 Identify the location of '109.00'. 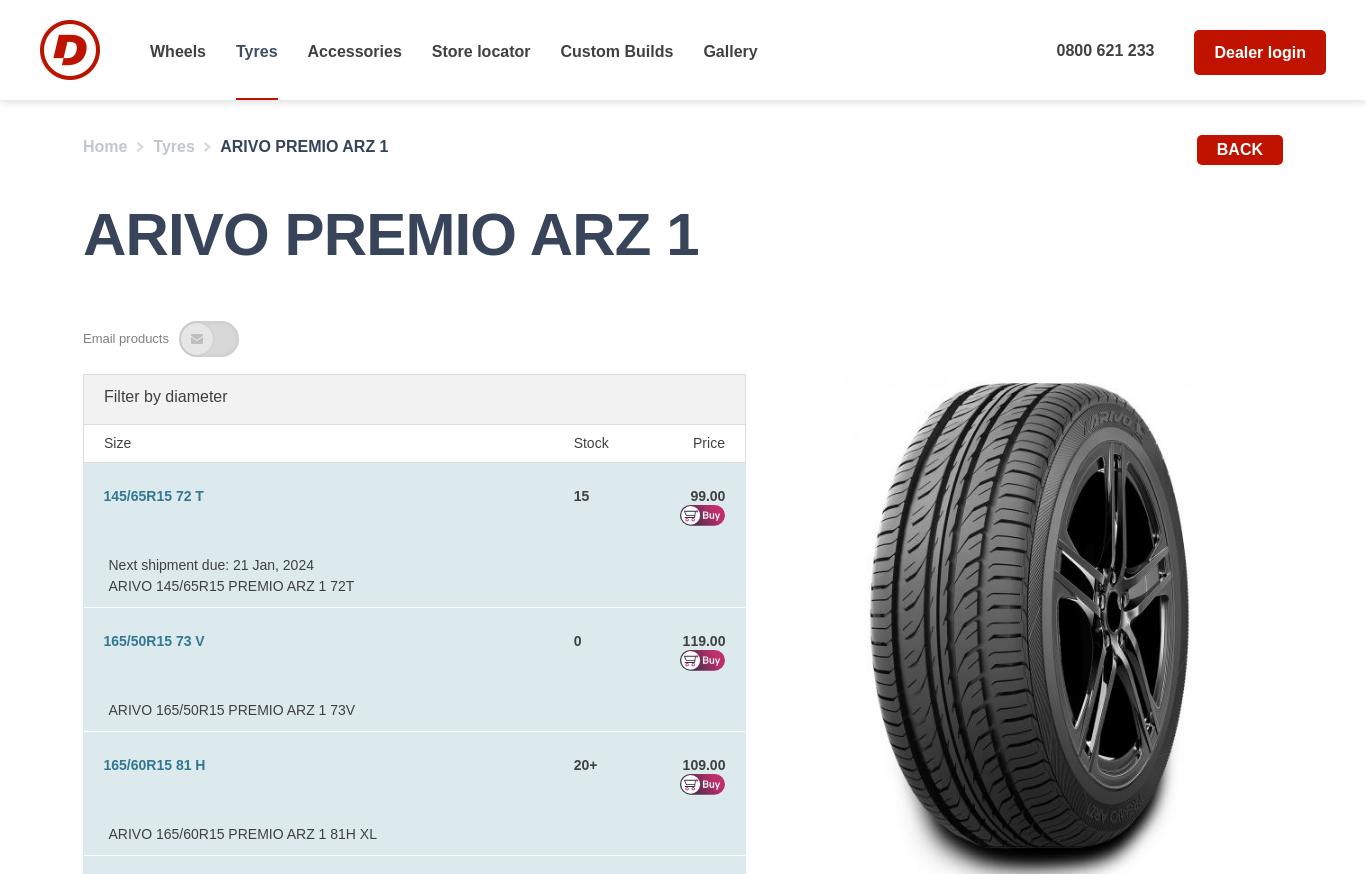
(681, 764).